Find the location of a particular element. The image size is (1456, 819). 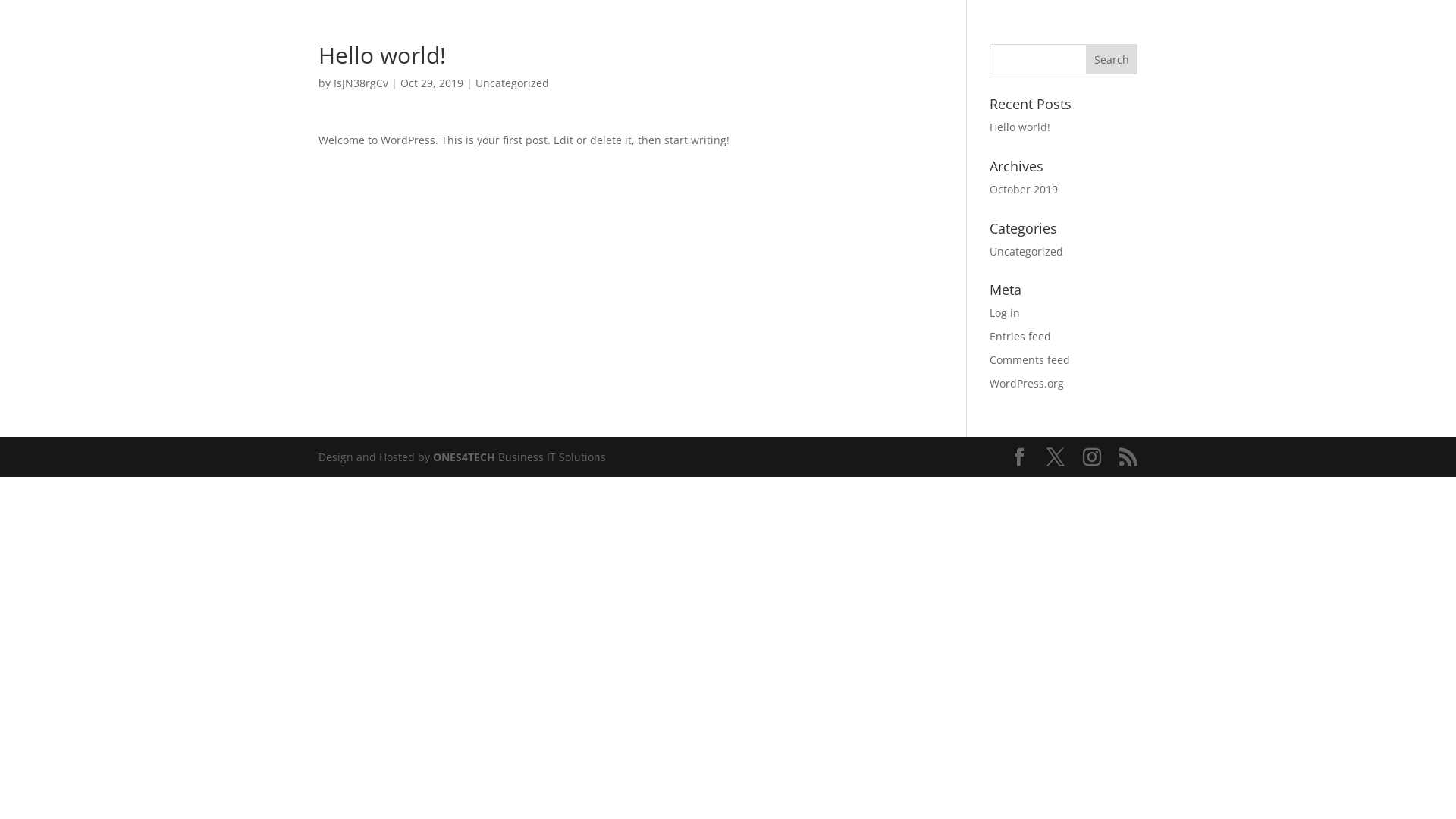

'Entries feed' is located at coordinates (990, 335).